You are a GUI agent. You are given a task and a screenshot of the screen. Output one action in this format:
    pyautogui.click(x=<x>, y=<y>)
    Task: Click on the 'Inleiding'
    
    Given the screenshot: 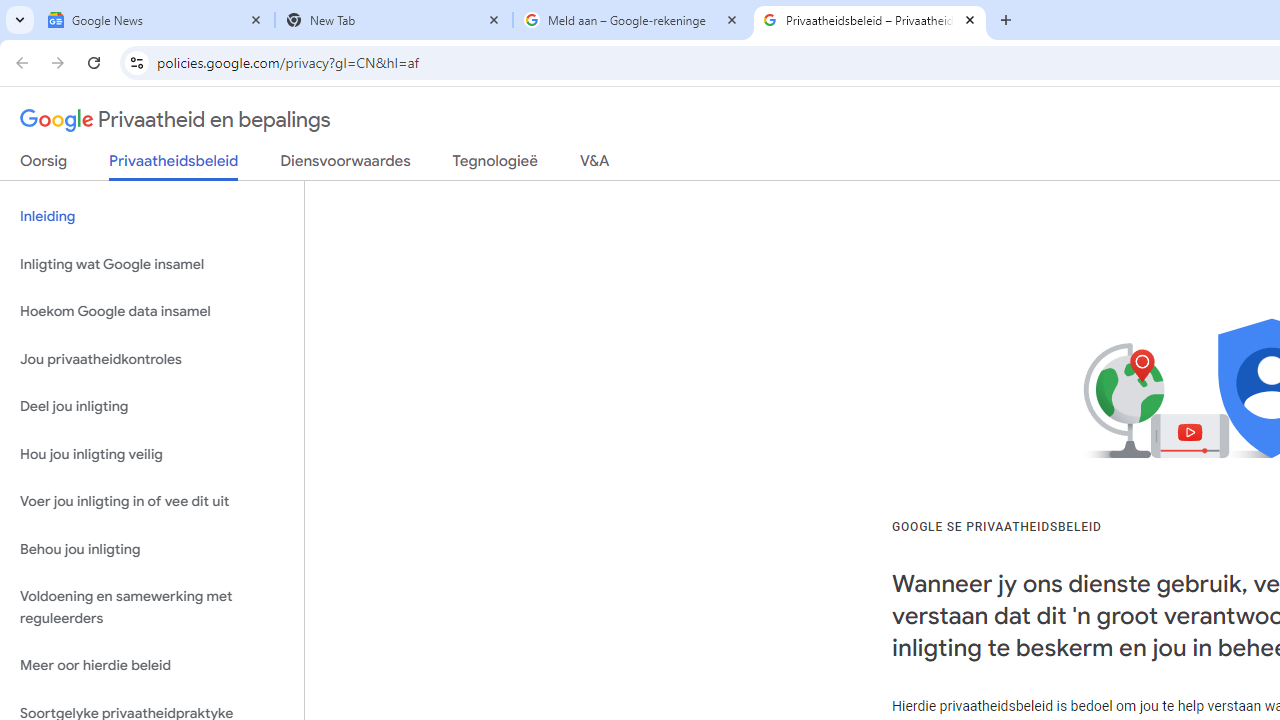 What is the action you would take?
    pyautogui.click(x=151, y=217)
    